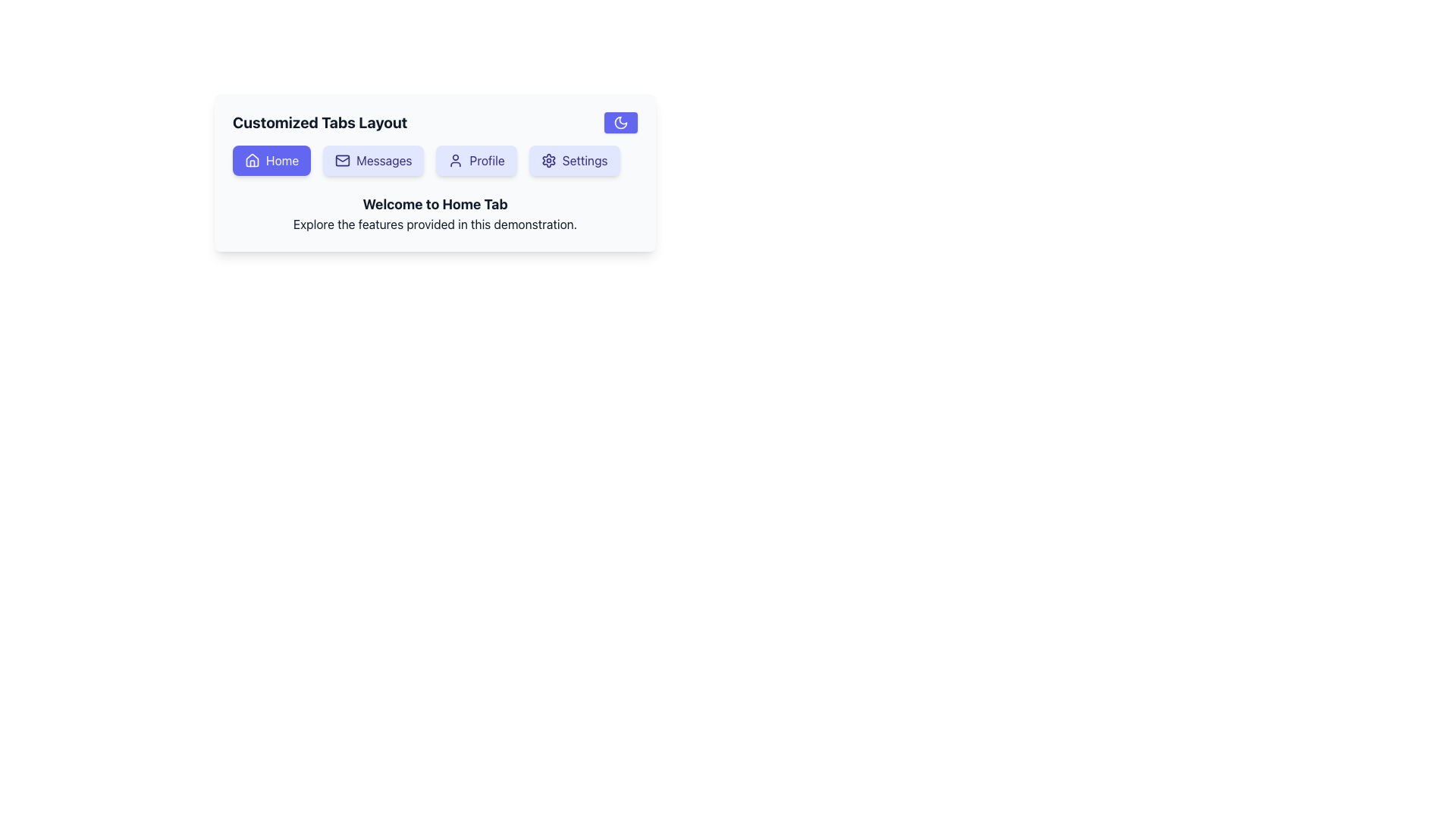 The image size is (1456, 819). Describe the element at coordinates (487, 161) in the screenshot. I see `the 'Profile' button which contains the text label indicating the profile section of the application` at that location.